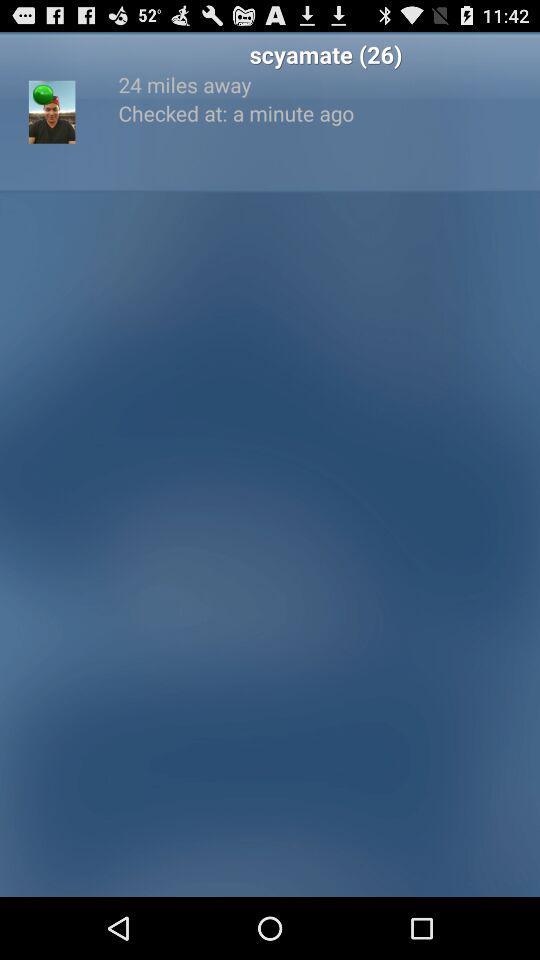 The height and width of the screenshot is (960, 540). I want to click on the icon above the checked at a icon, so click(325, 84).